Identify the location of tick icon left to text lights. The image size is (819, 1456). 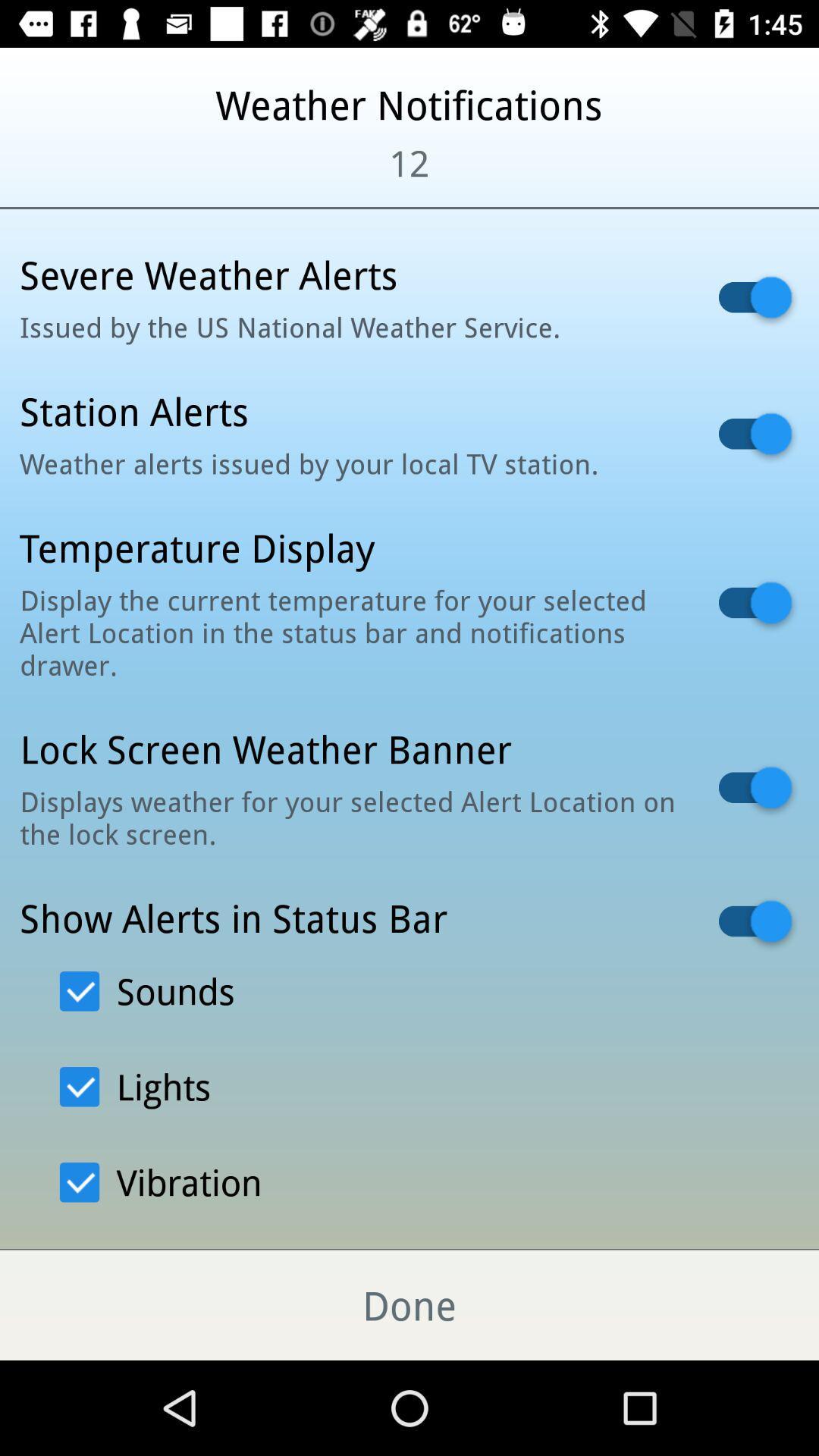
(79, 1086).